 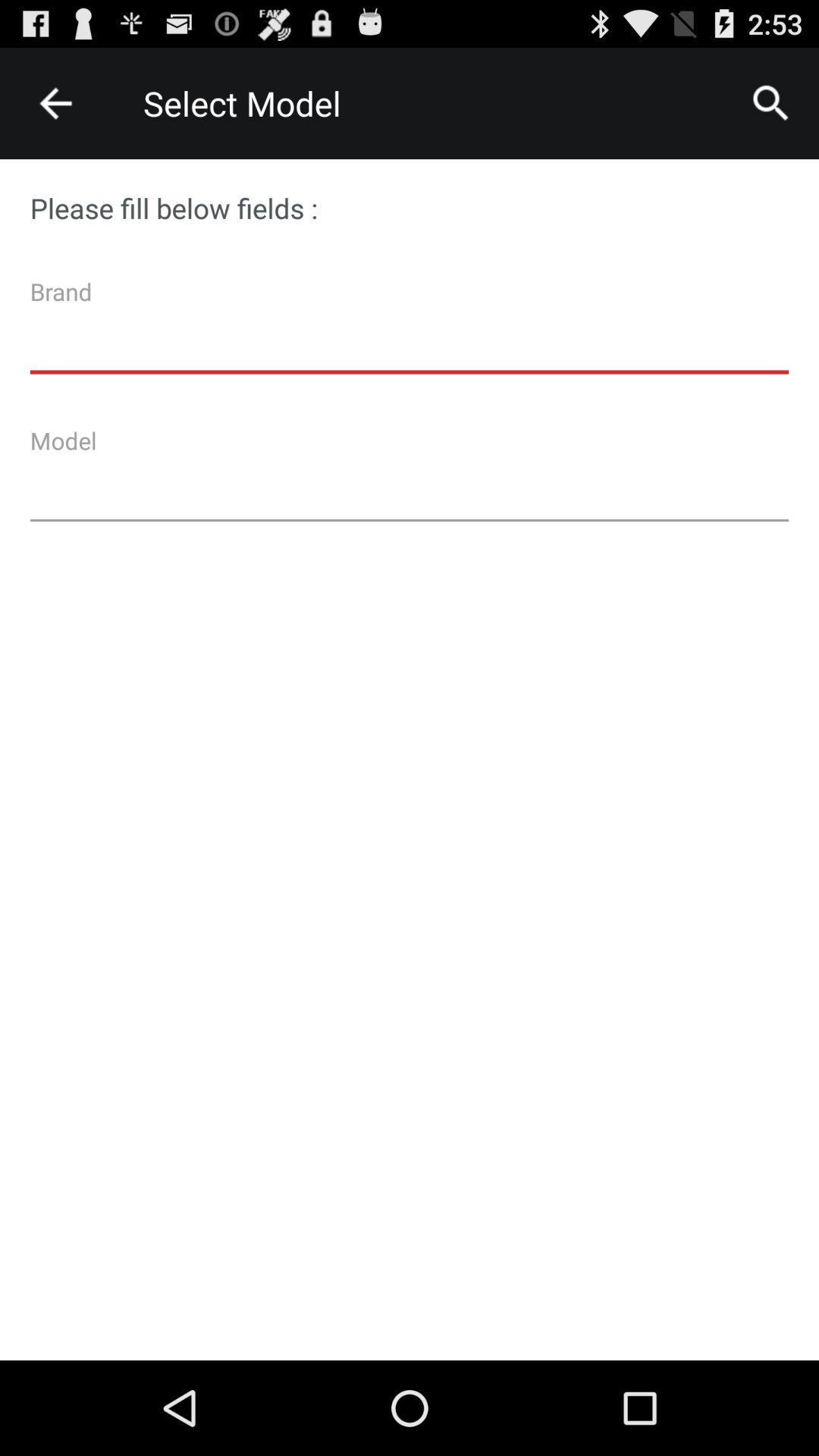 I want to click on model text box, so click(x=409, y=479).